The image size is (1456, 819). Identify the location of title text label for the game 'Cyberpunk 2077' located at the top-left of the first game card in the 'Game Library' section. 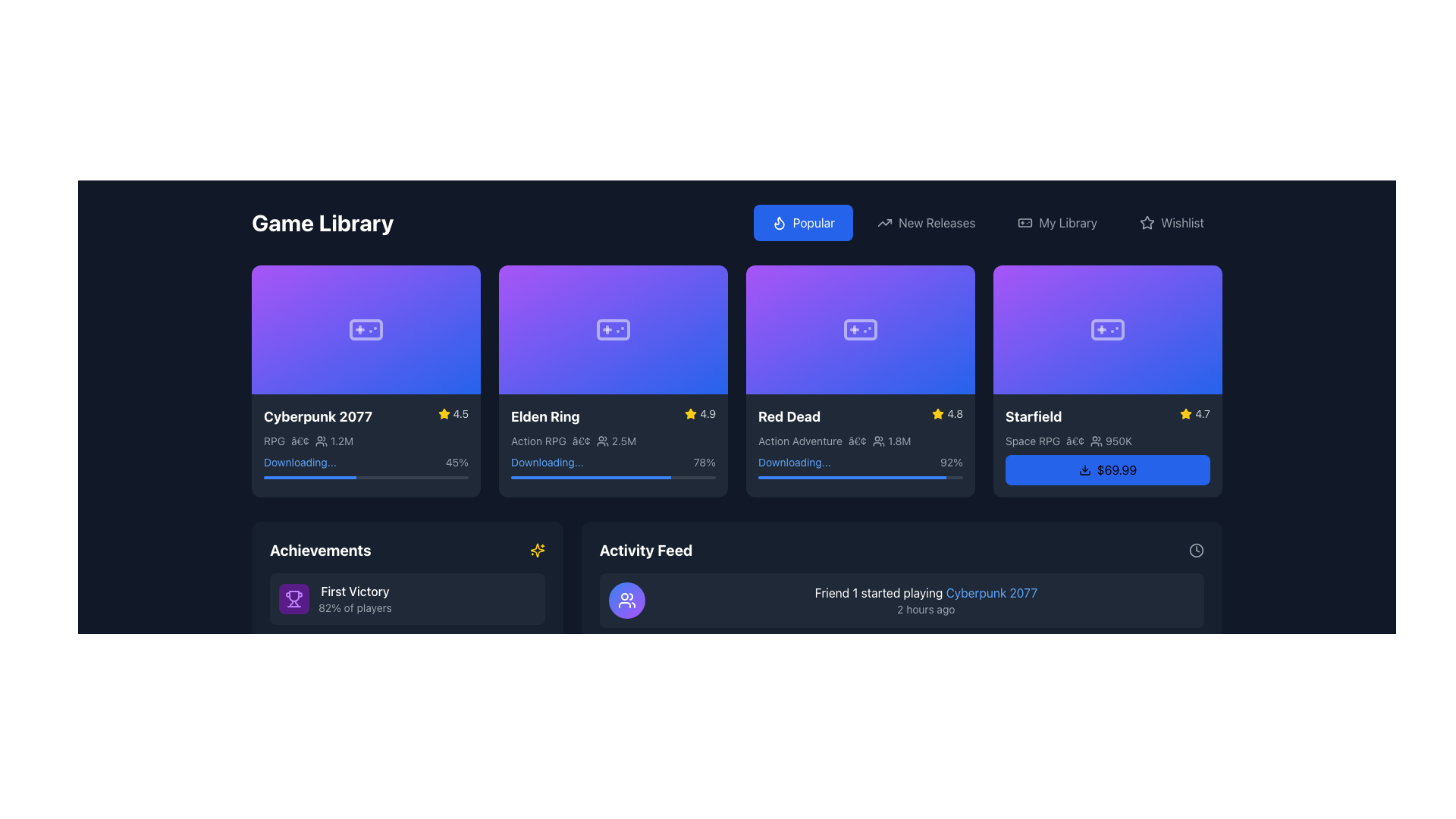
(317, 416).